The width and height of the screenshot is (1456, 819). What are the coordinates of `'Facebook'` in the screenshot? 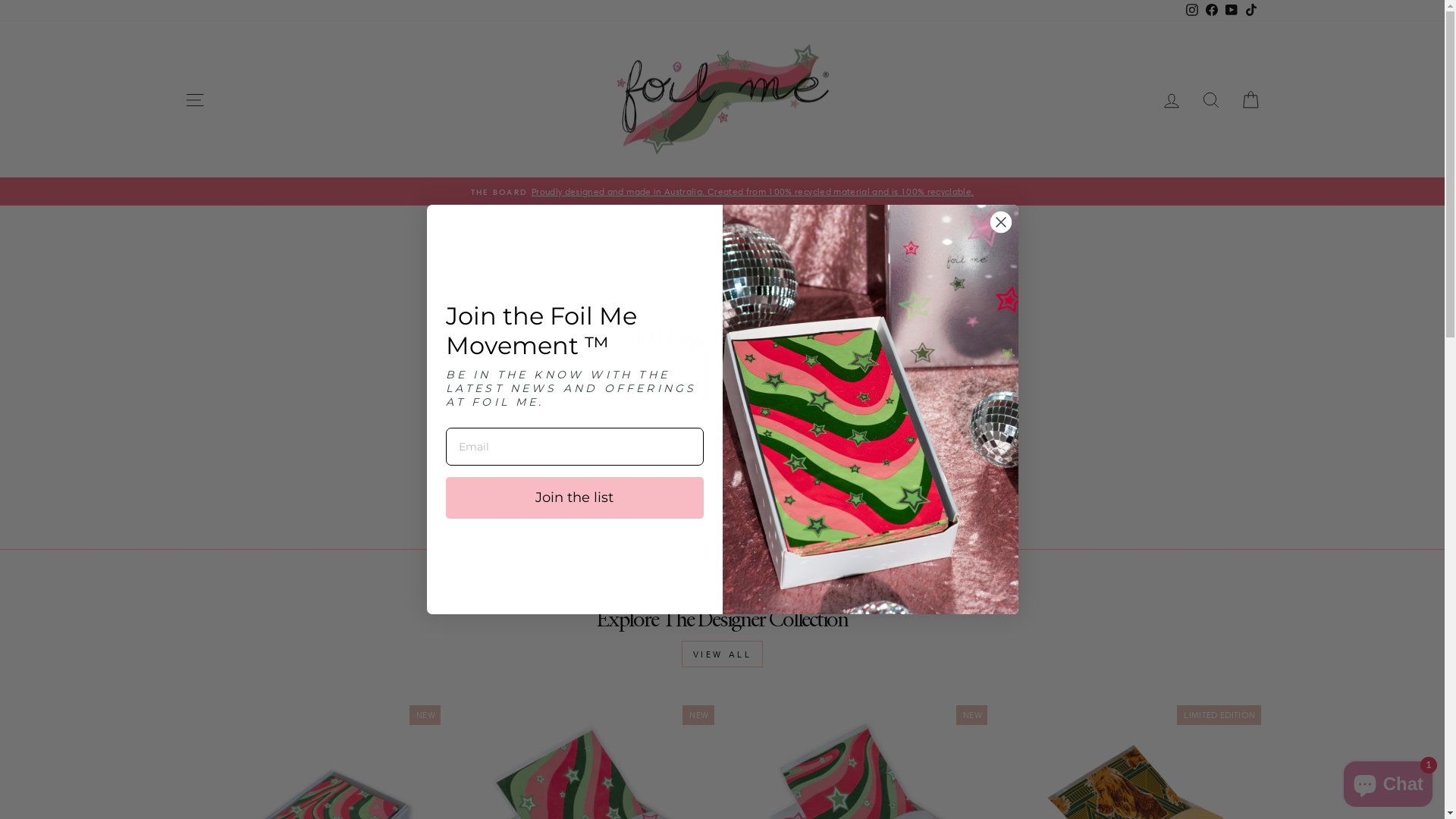 It's located at (1200, 11).